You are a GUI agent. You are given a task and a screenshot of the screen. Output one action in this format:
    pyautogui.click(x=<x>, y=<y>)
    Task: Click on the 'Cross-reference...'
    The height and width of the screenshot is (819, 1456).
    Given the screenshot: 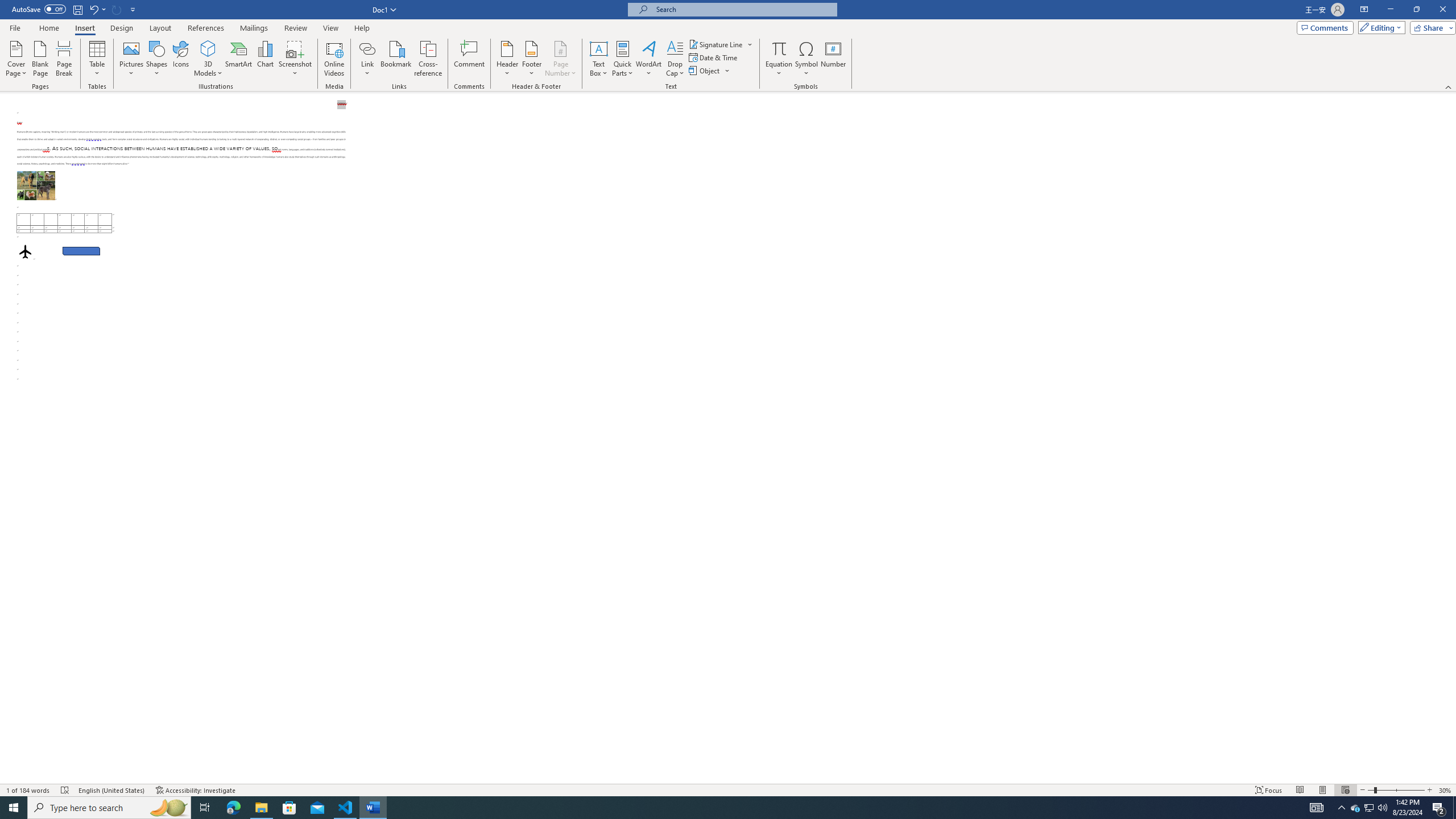 What is the action you would take?
    pyautogui.click(x=428, y=59)
    